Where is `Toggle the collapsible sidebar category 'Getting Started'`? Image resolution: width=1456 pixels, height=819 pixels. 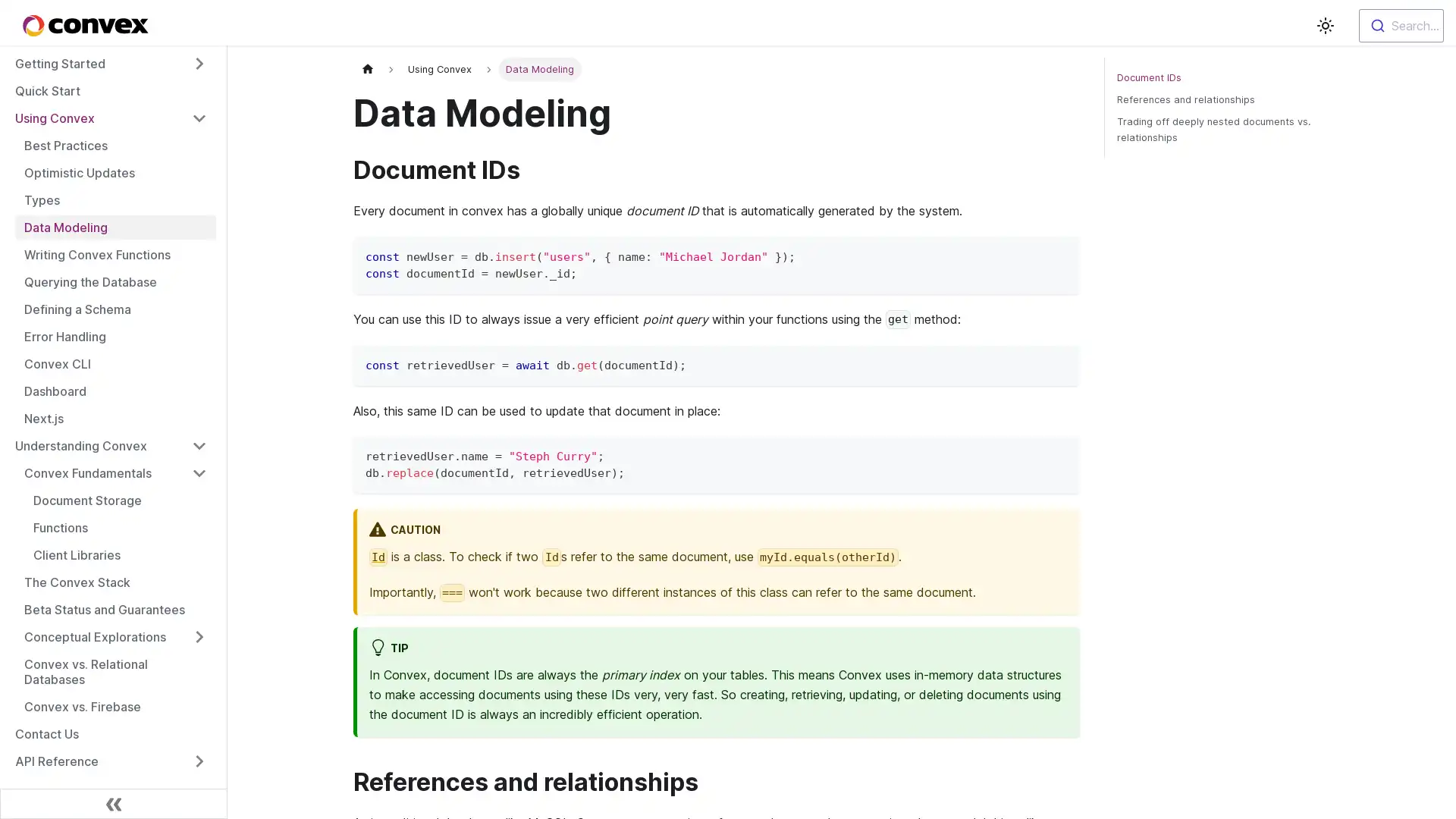 Toggle the collapsible sidebar category 'Getting Started' is located at coordinates (199, 63).